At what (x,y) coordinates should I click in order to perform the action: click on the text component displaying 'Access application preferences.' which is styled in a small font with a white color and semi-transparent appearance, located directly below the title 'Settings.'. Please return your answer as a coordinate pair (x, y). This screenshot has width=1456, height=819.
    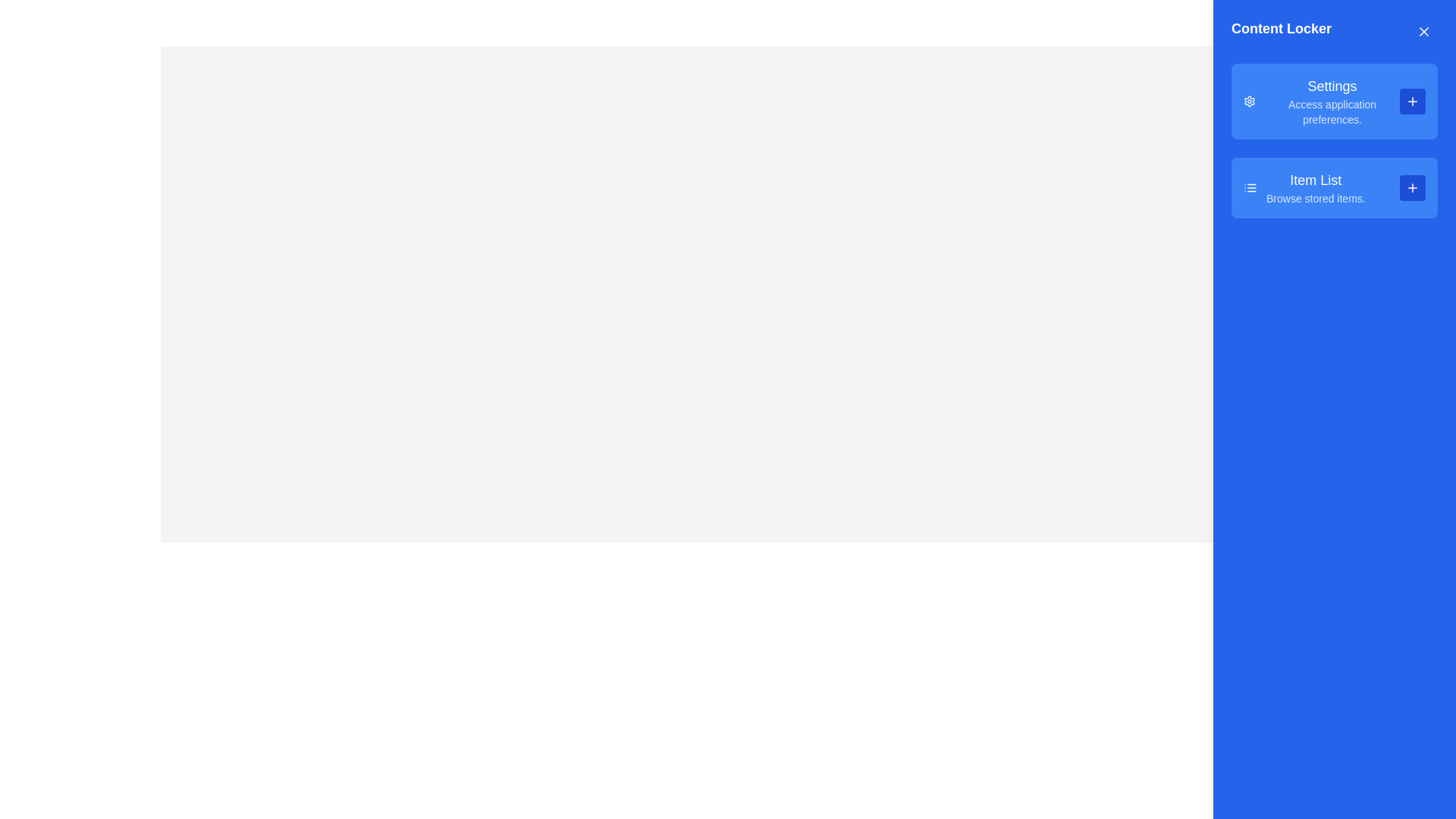
    Looking at the image, I should click on (1332, 111).